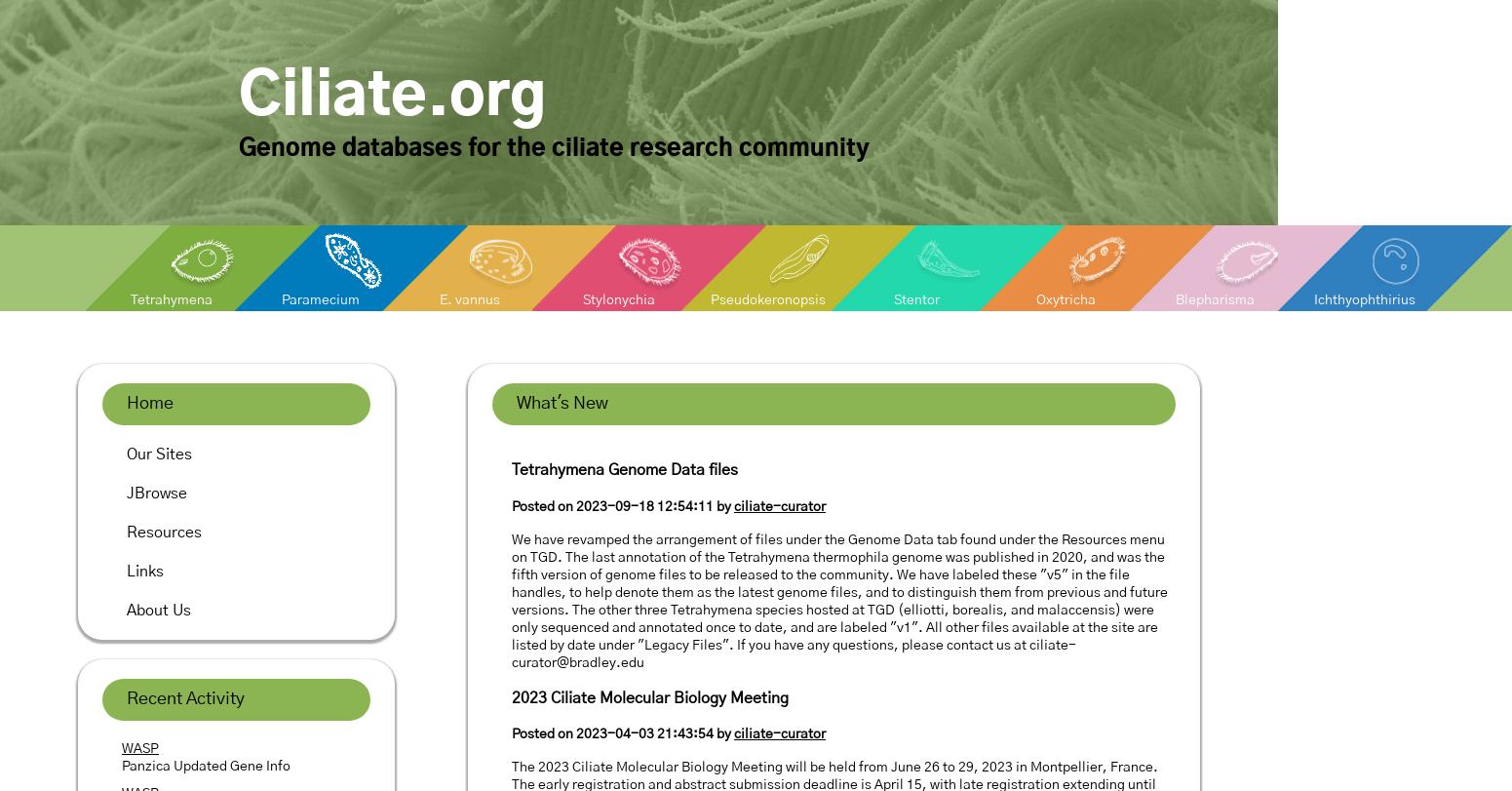 This screenshot has height=791, width=1512. Describe the element at coordinates (144, 571) in the screenshot. I see `'Links'` at that location.